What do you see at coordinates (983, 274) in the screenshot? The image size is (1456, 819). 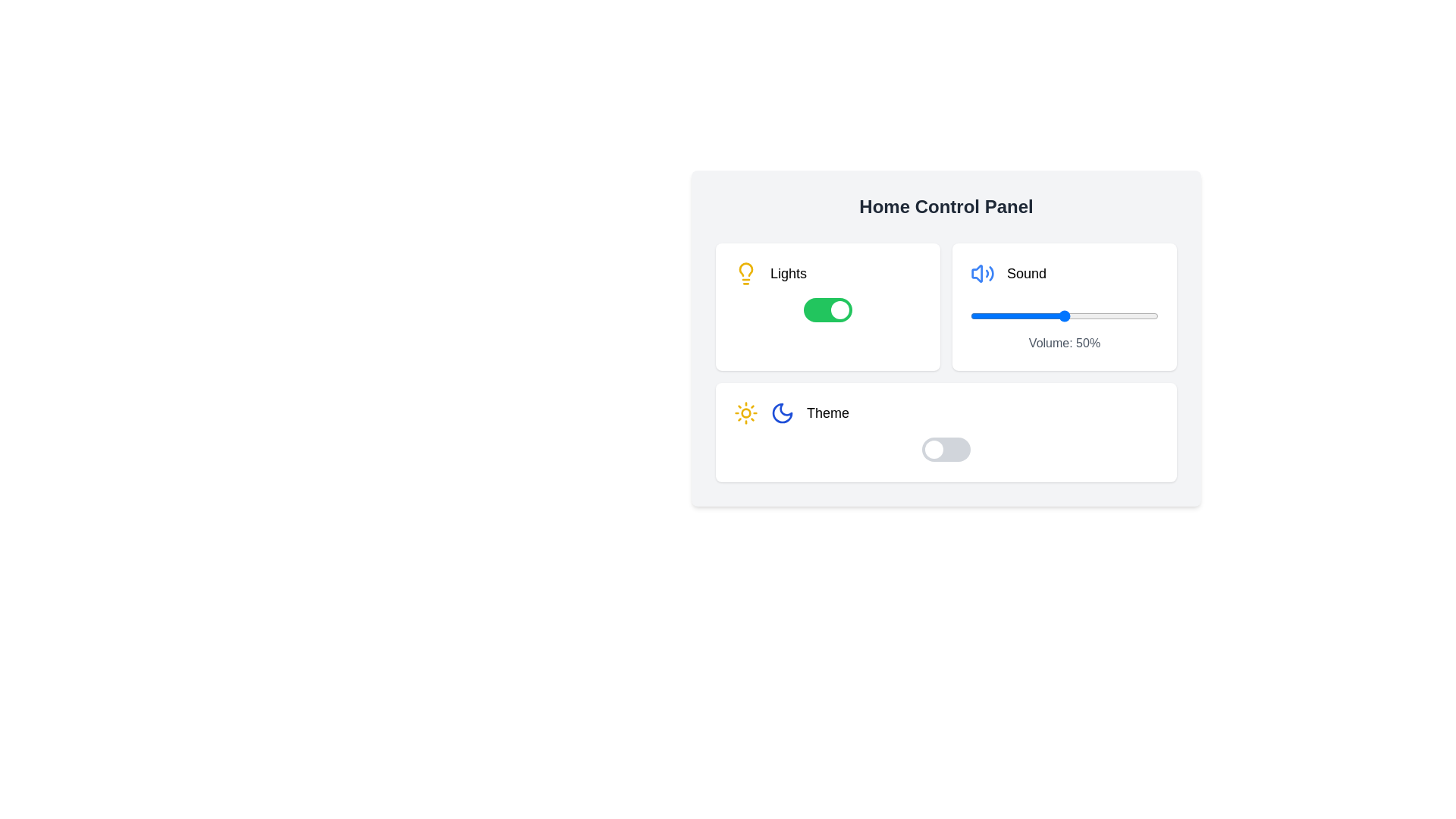 I see `the volume icon resembling a loudspeaker with sound waves, which is located in the upper-right quadrant of the control panel, to the left of the 'Sound' text` at bounding box center [983, 274].